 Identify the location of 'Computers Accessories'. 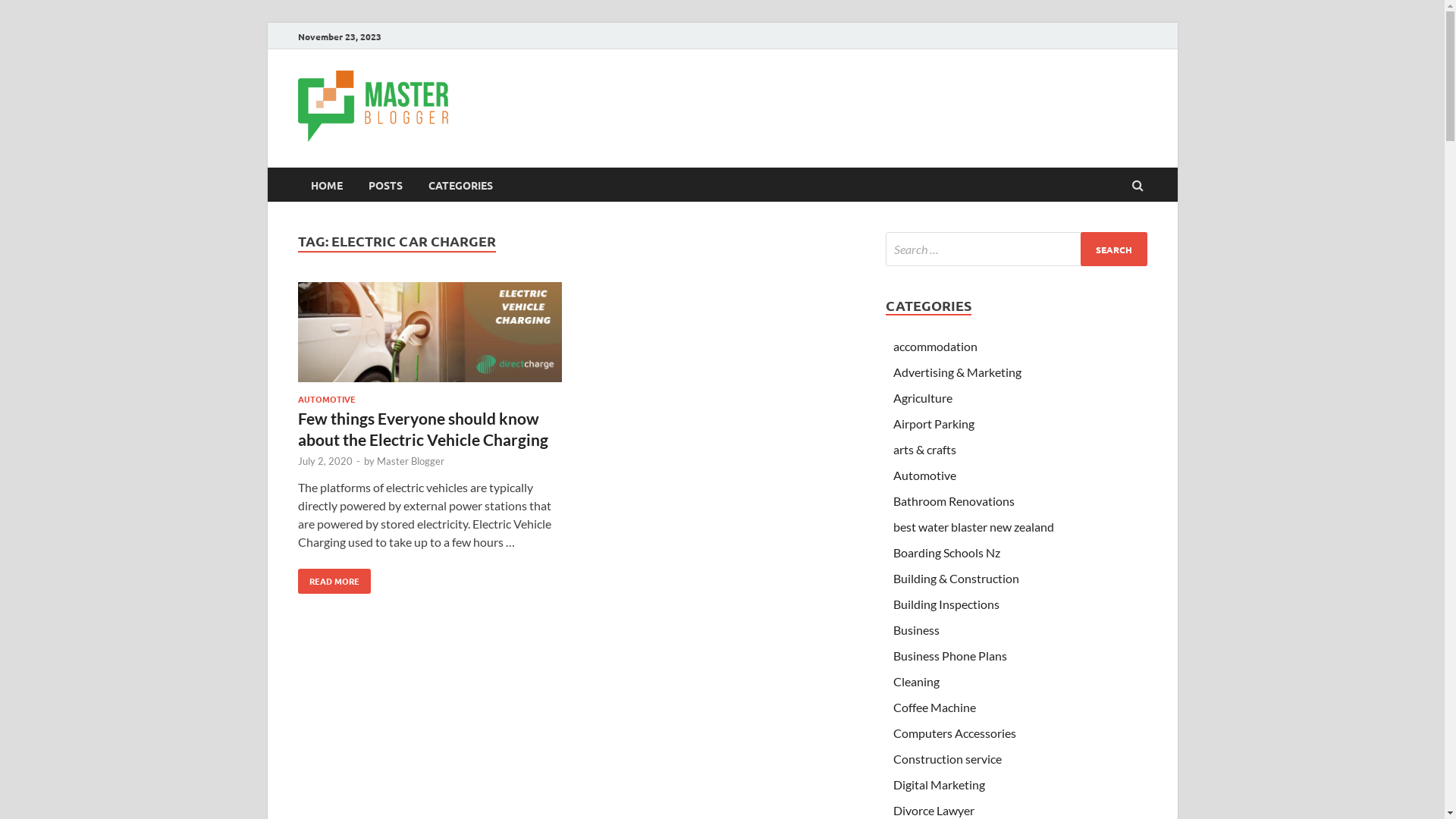
(893, 732).